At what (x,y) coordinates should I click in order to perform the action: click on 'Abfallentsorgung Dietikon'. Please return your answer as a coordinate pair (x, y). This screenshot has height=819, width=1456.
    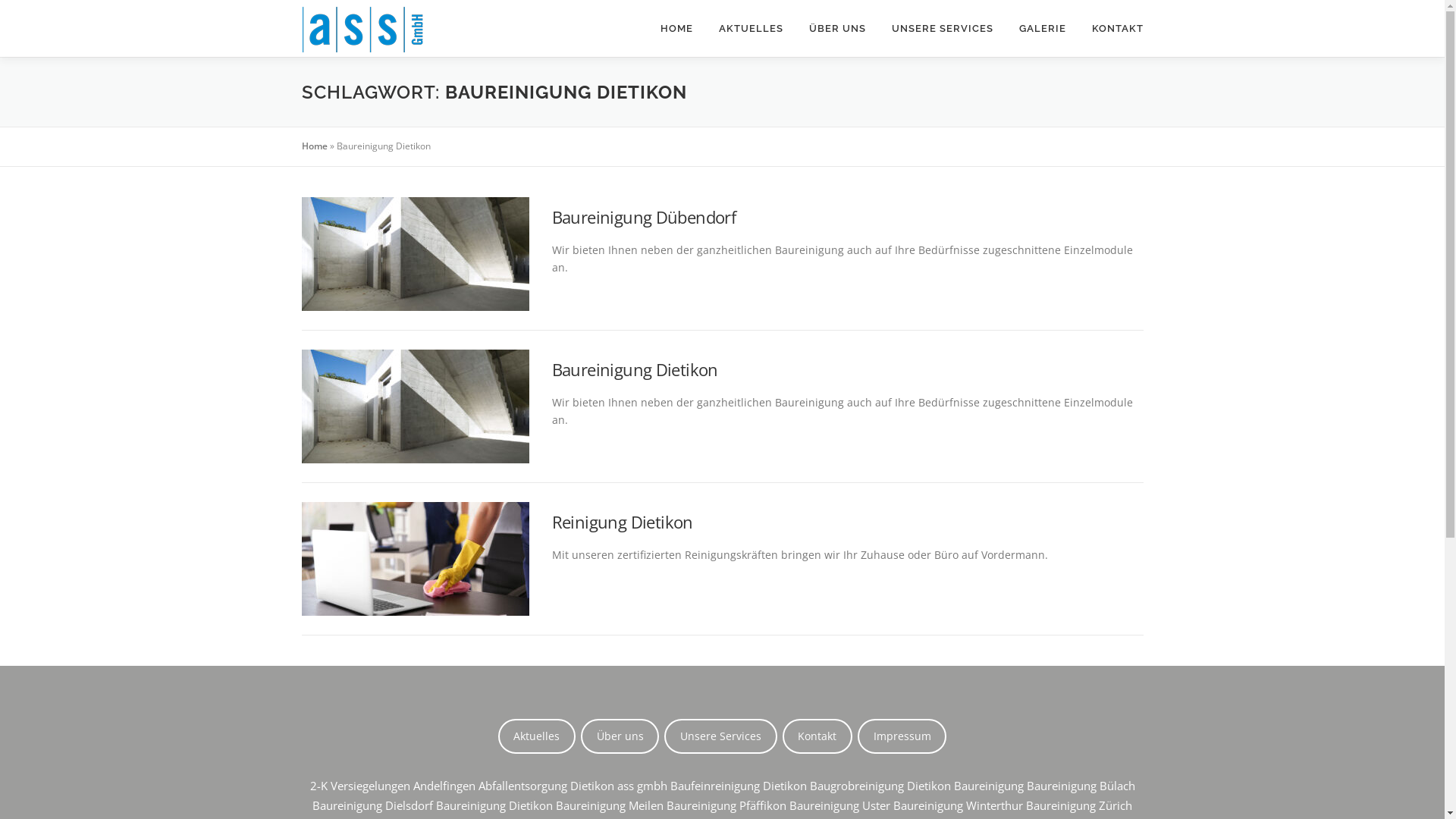
    Looking at the image, I should click on (545, 785).